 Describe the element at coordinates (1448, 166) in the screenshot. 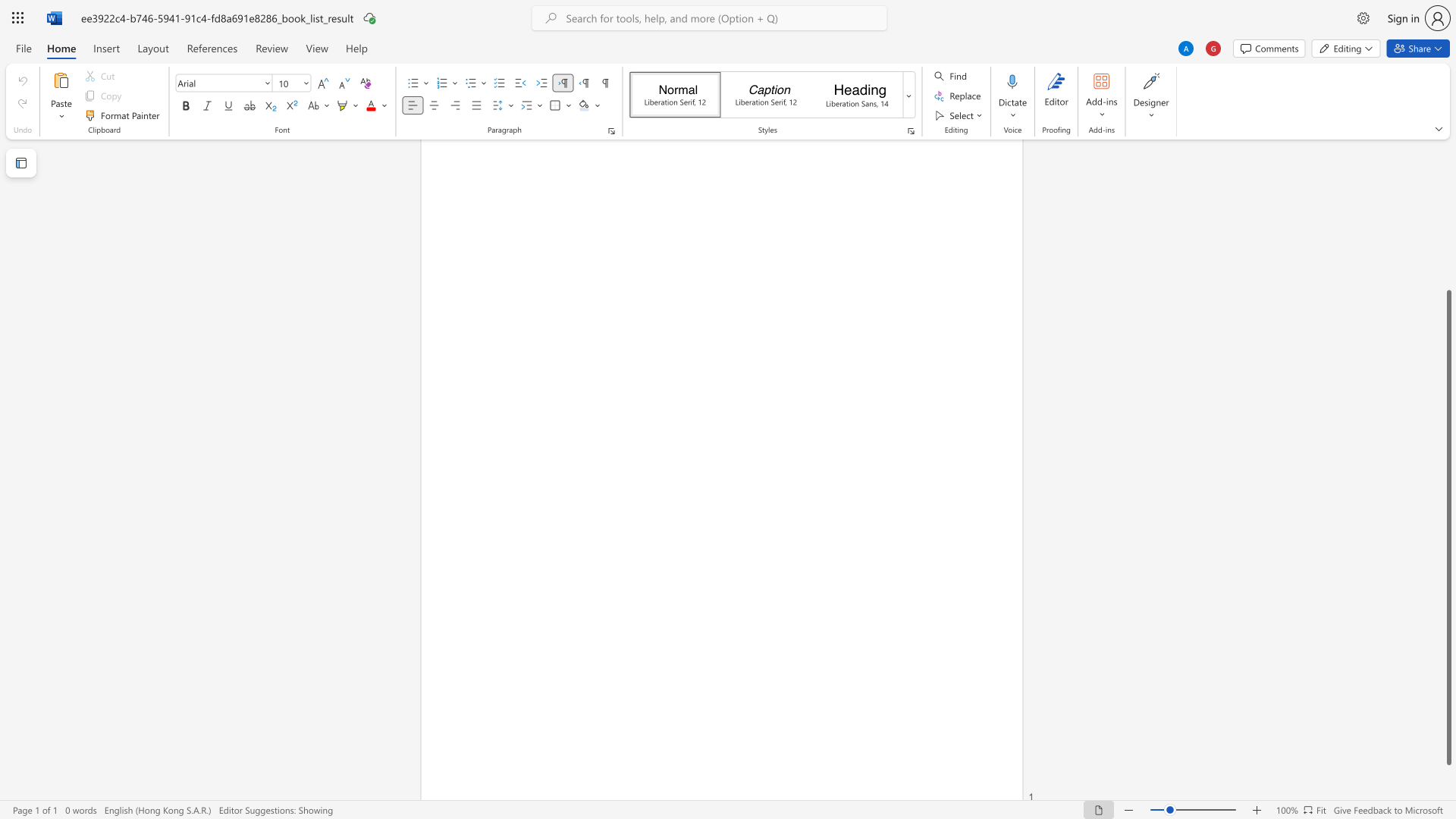

I see `the scrollbar to move the content higher` at that location.